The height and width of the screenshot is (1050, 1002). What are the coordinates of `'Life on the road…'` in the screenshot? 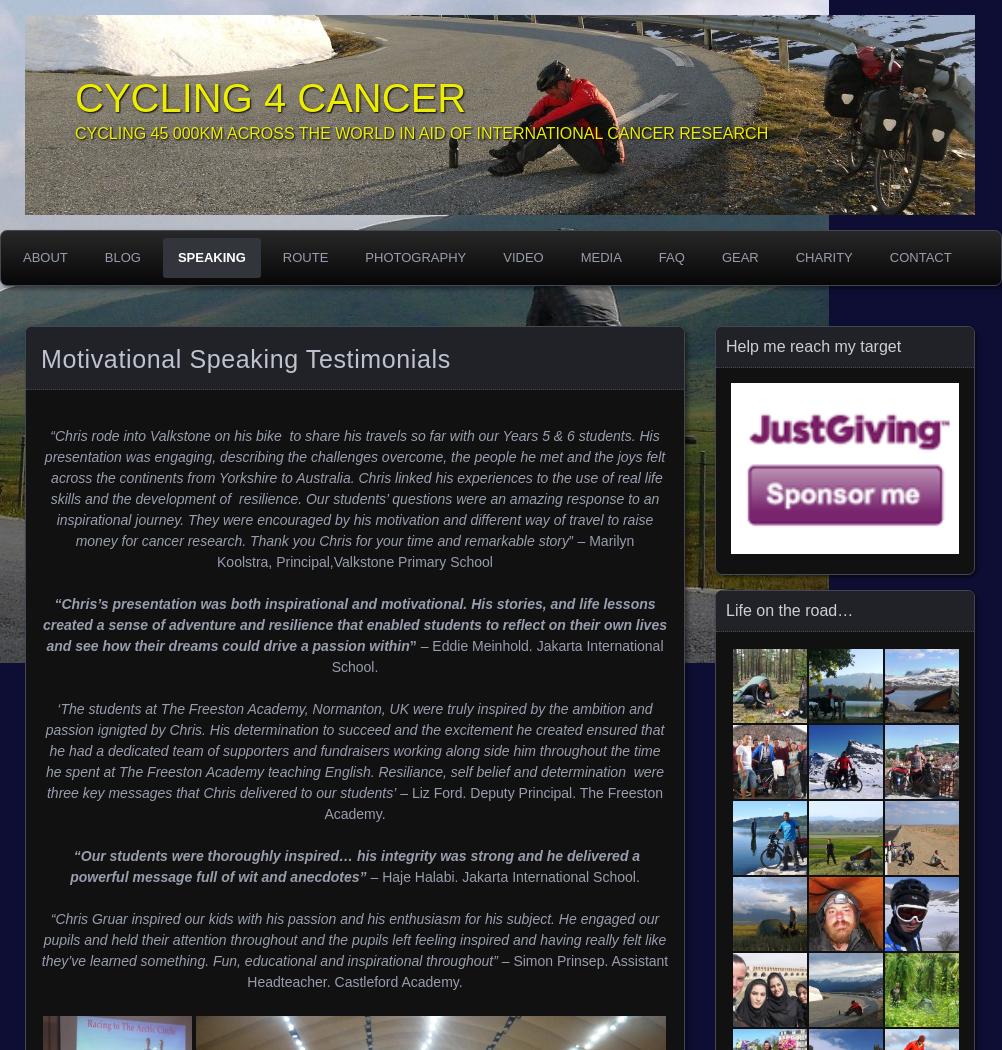 It's located at (788, 610).